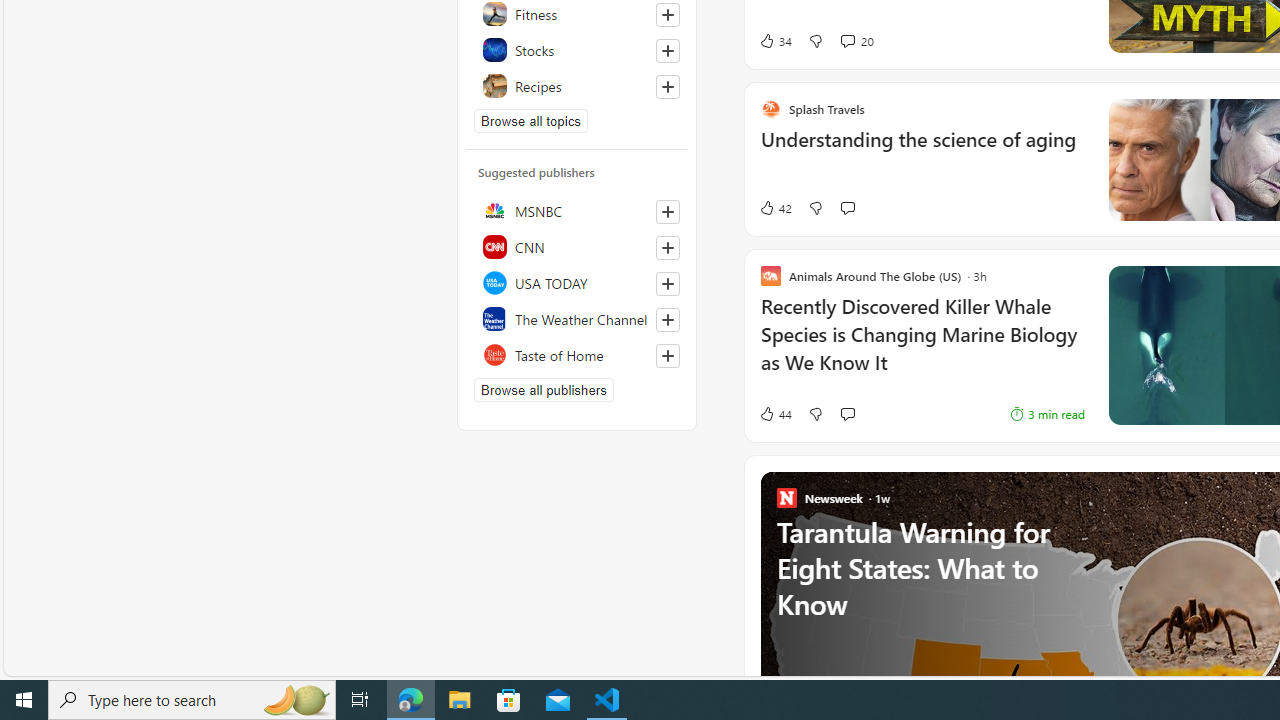 The height and width of the screenshot is (720, 1280). What do you see at coordinates (668, 355) in the screenshot?
I see `'Follow this source'` at bounding box center [668, 355].